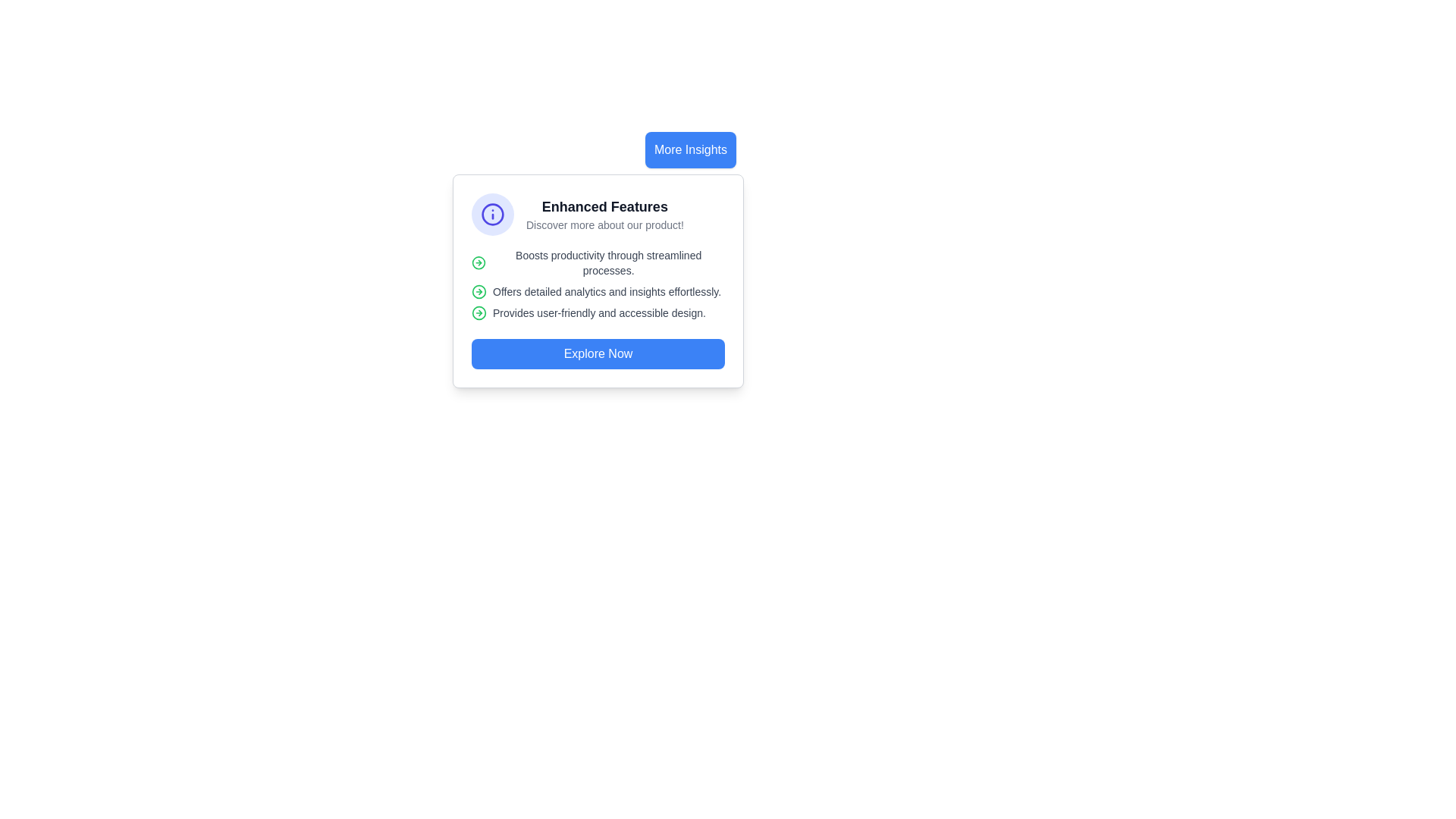 The height and width of the screenshot is (819, 1456). I want to click on the navigational button located at the top of the modal window, above the section with detailed features and calls-to-action, so click(690, 149).